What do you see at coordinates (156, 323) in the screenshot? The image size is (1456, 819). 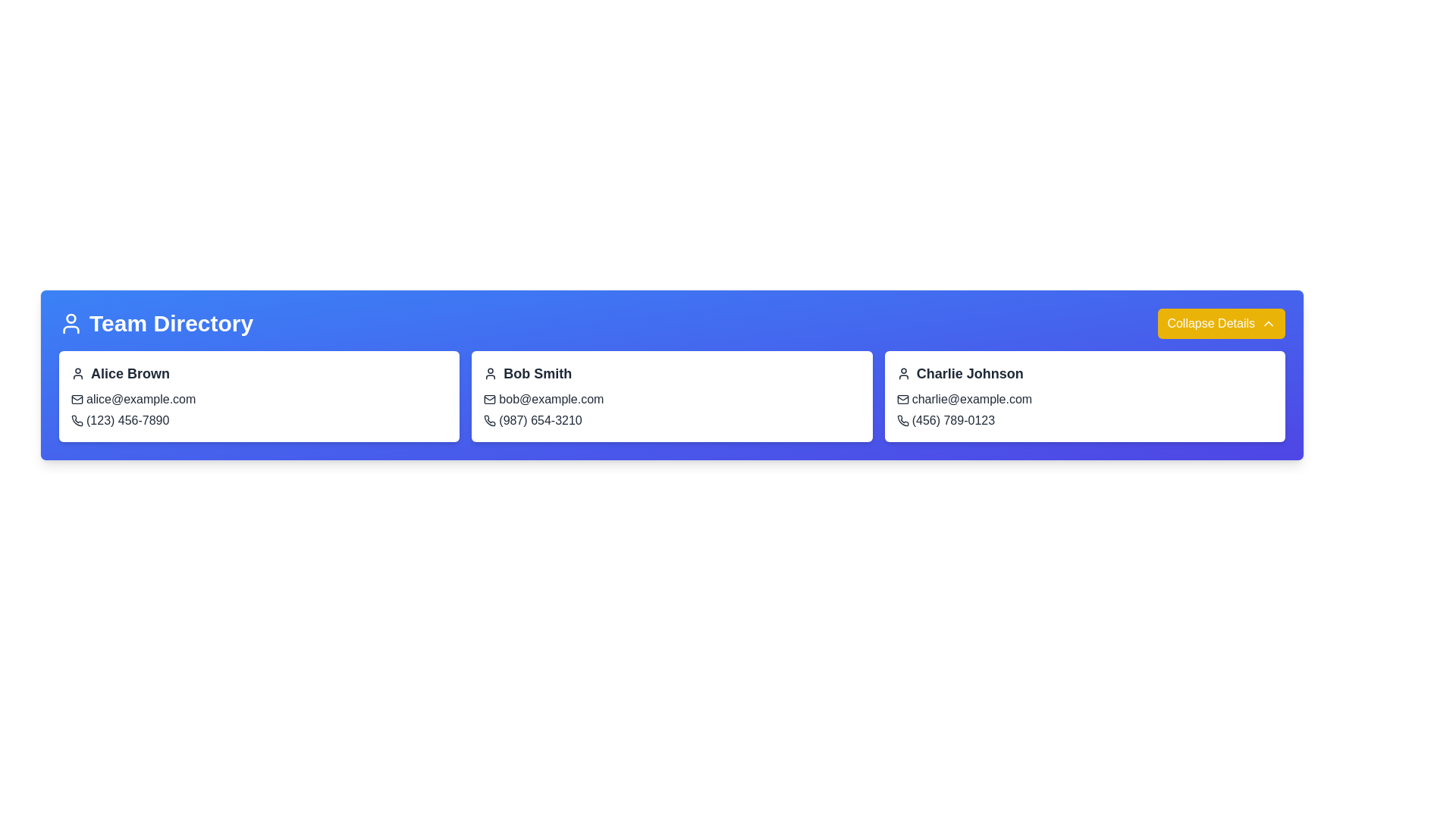 I see `the 'Team Directory' header text, which is styled in bold and large font, located near the top-left corner of the interface` at bounding box center [156, 323].